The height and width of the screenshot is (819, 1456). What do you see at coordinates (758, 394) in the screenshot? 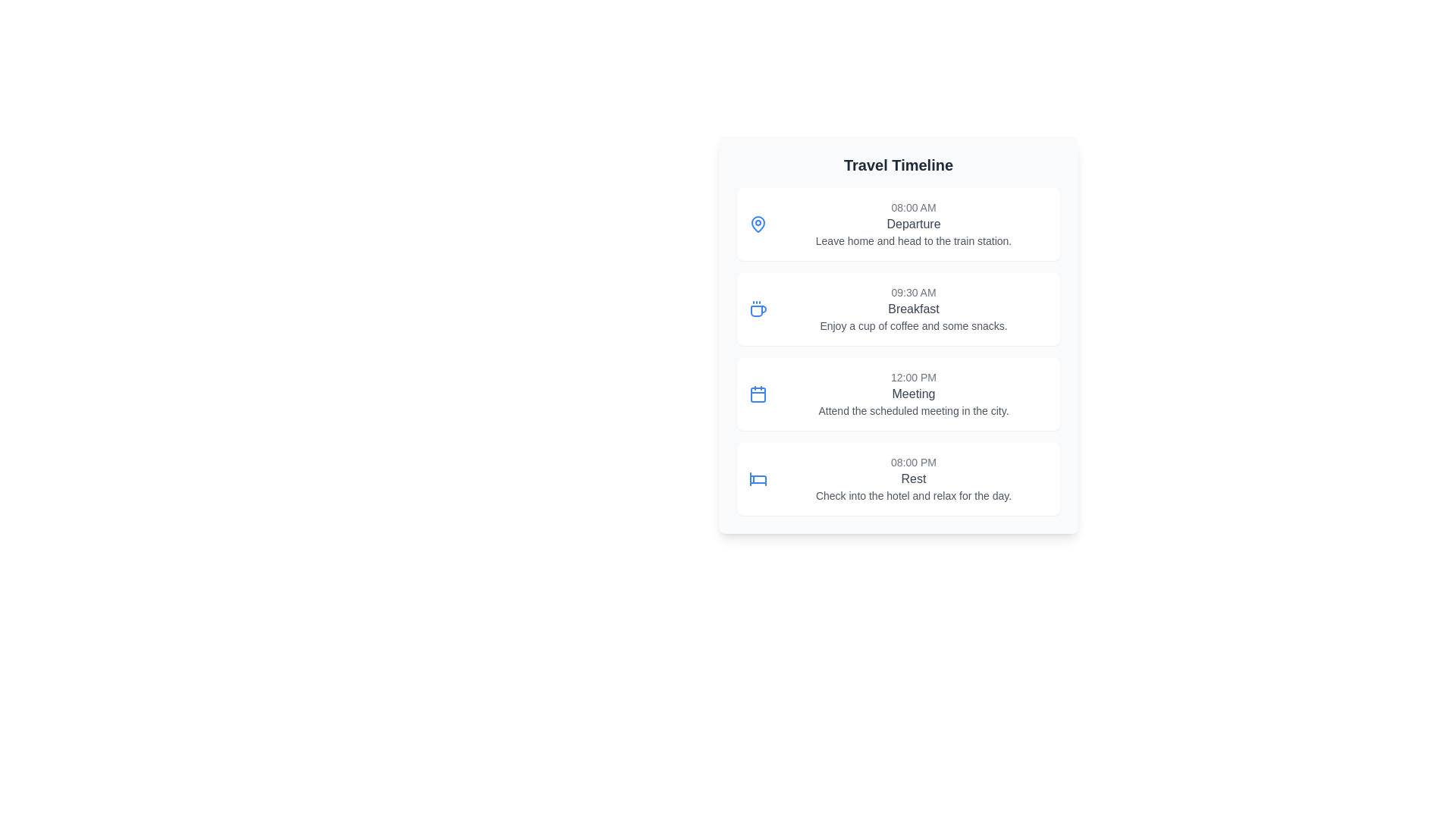
I see `the blue minimalistic line-art calendar icon located next to the '12:00 PM Meeting' text description` at bounding box center [758, 394].